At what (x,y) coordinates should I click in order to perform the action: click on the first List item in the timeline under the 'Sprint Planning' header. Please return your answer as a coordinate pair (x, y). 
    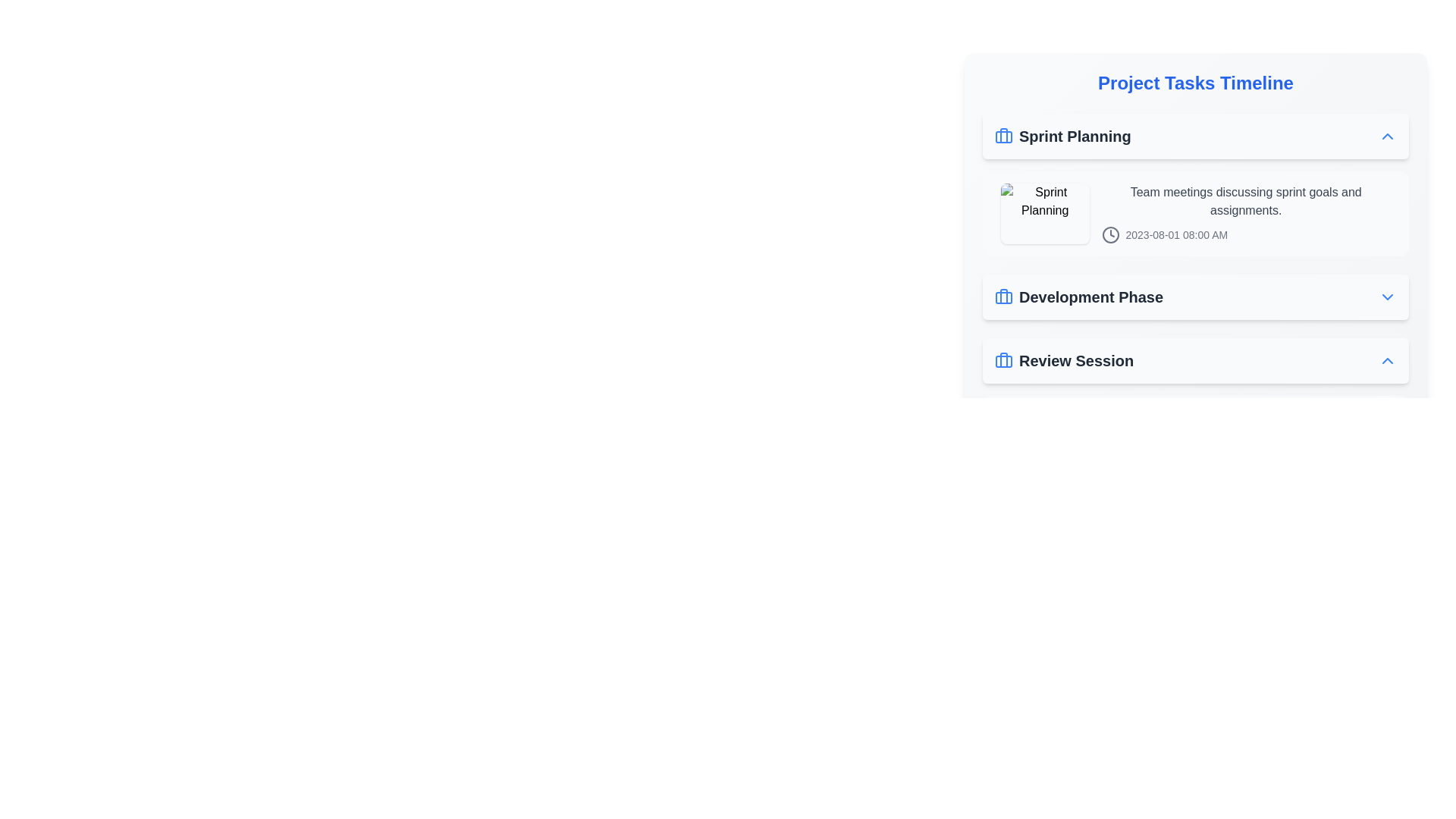
    Looking at the image, I should click on (1195, 184).